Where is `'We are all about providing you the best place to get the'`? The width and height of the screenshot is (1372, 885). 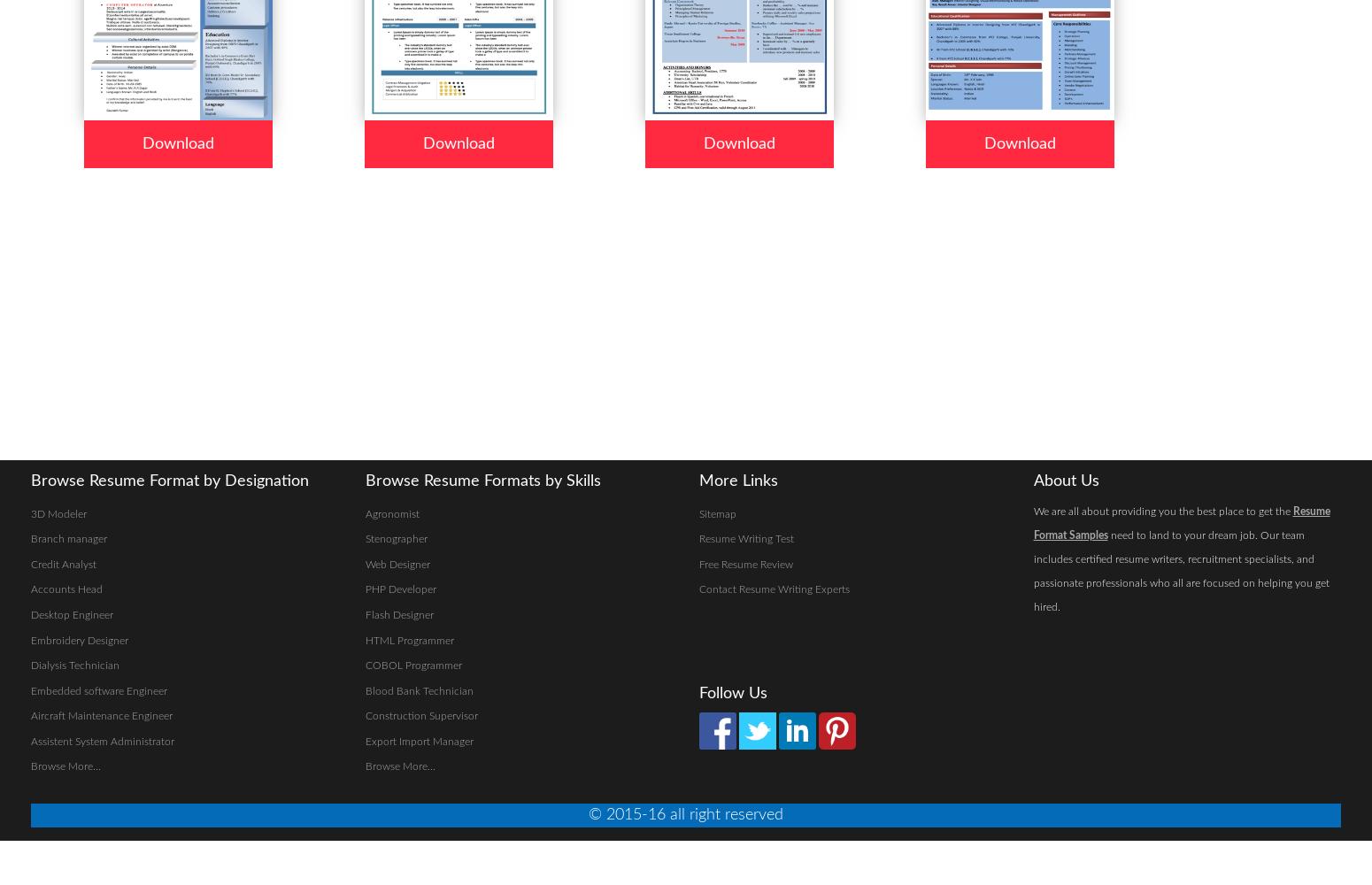
'We are all about providing you the best place to get the' is located at coordinates (1032, 510).